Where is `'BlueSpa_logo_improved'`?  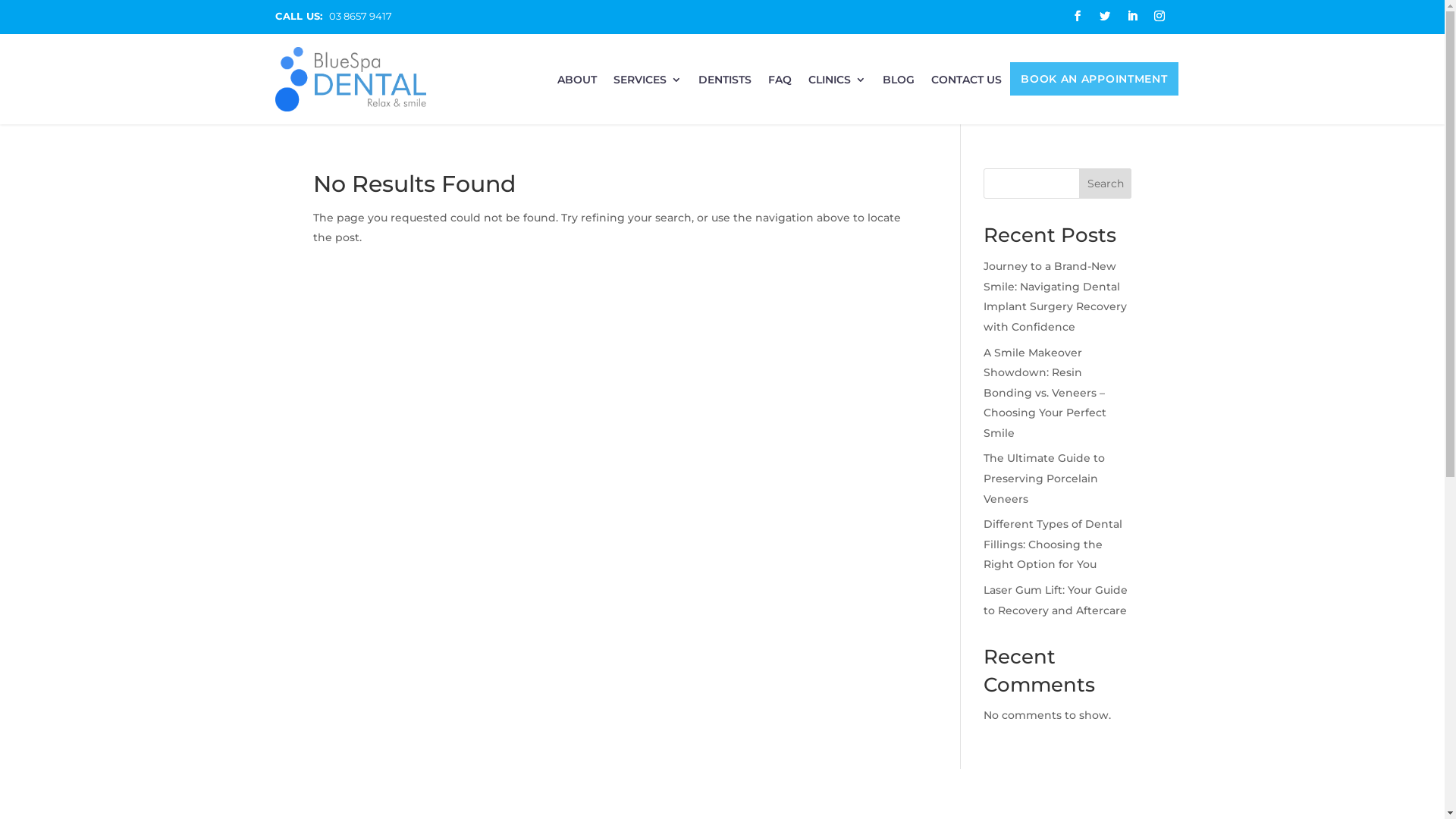
'BlueSpa_logo_improved' is located at coordinates (274, 79).